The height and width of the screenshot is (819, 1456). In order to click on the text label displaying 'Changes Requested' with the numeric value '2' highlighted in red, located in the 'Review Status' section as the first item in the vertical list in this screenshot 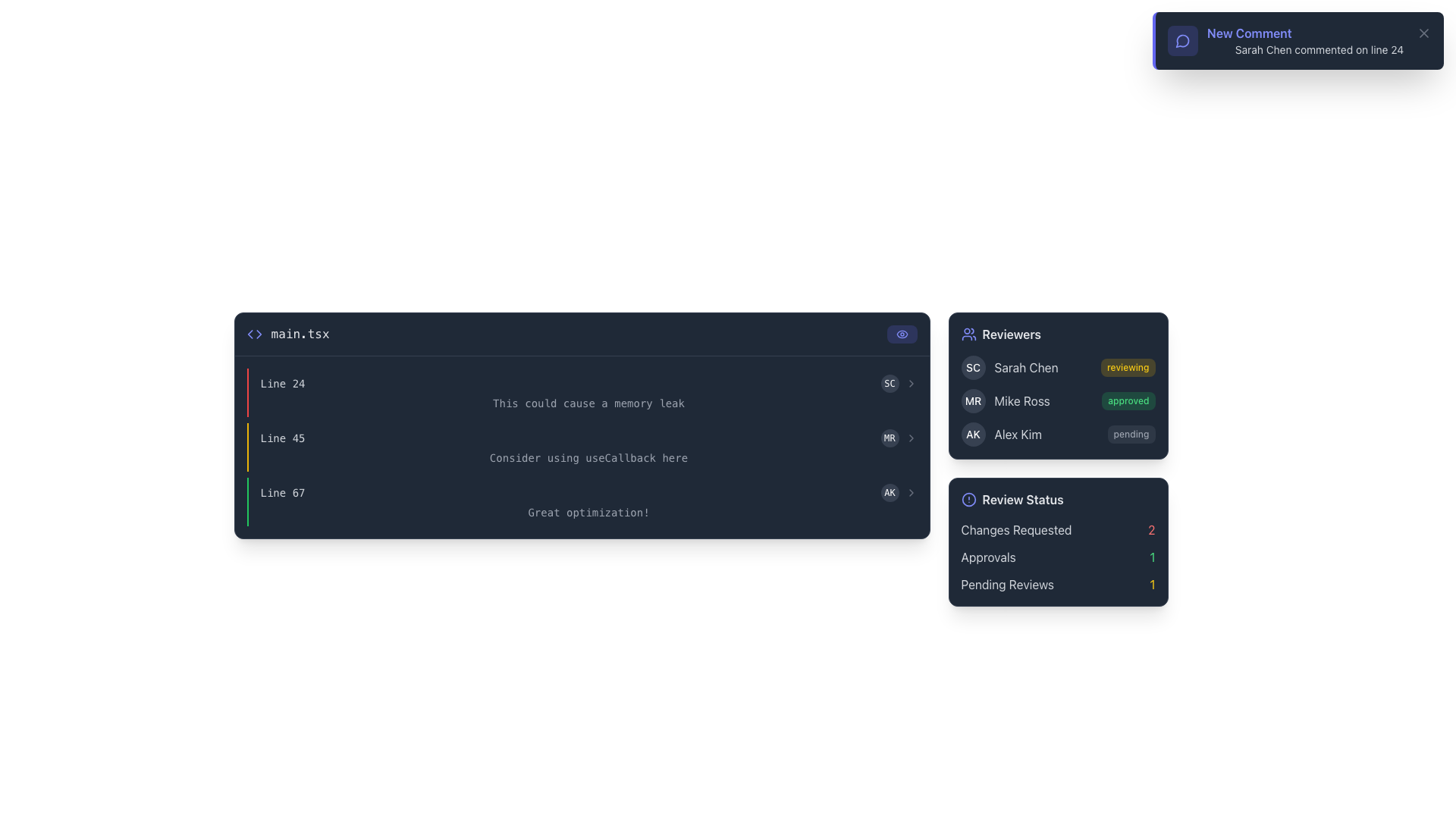, I will do `click(1057, 529)`.